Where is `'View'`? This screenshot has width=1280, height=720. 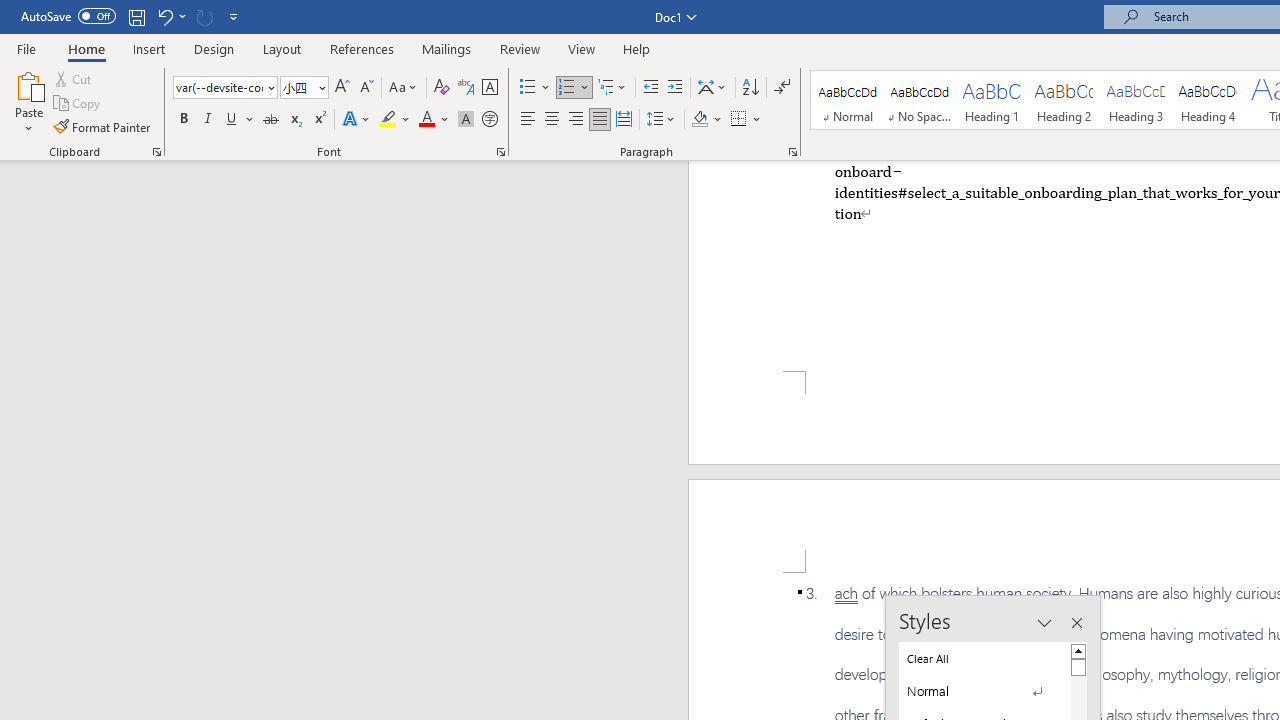
'View' is located at coordinates (581, 48).